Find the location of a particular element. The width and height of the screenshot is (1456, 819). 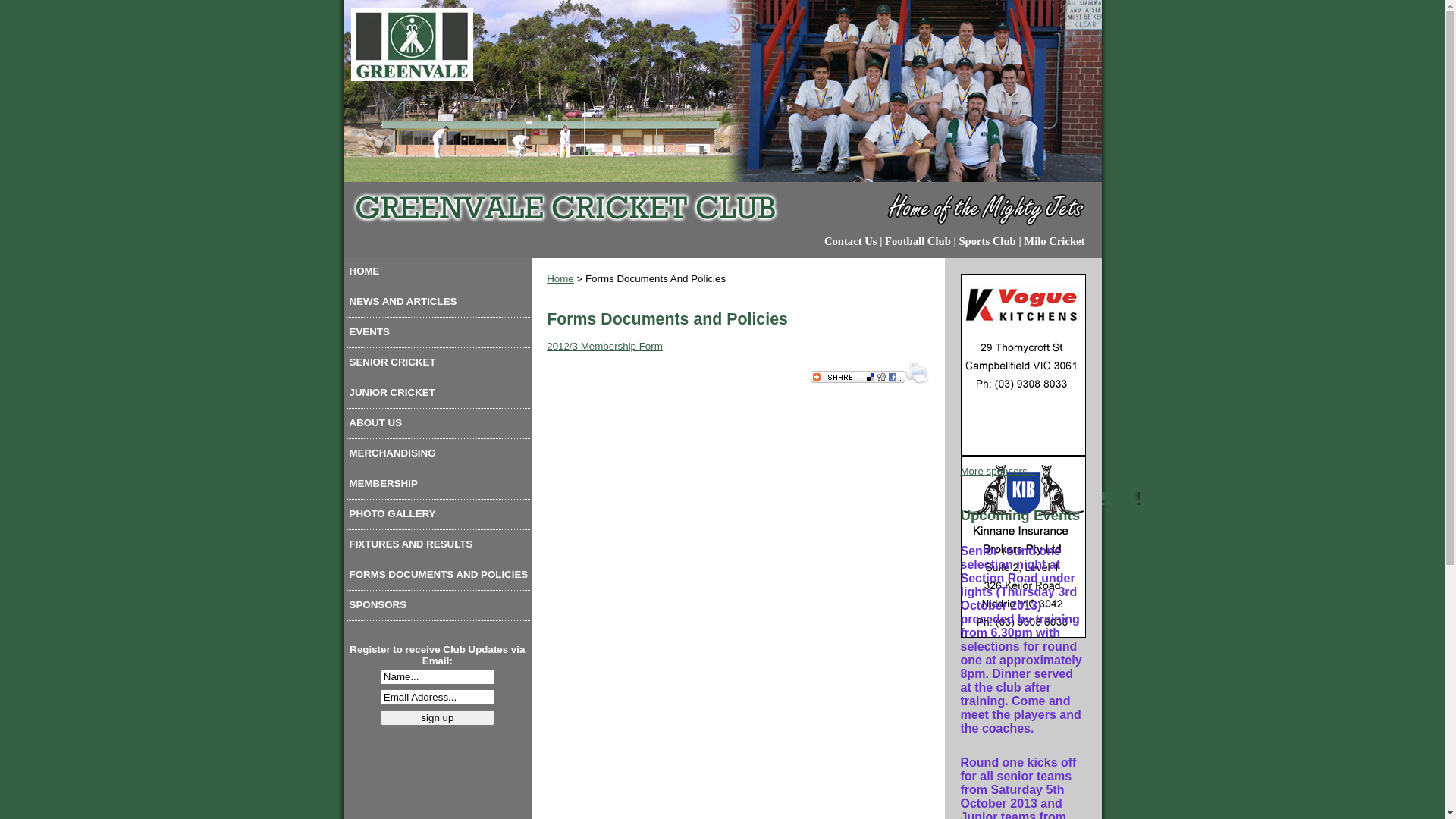

'Football Club' is located at coordinates (917, 240).